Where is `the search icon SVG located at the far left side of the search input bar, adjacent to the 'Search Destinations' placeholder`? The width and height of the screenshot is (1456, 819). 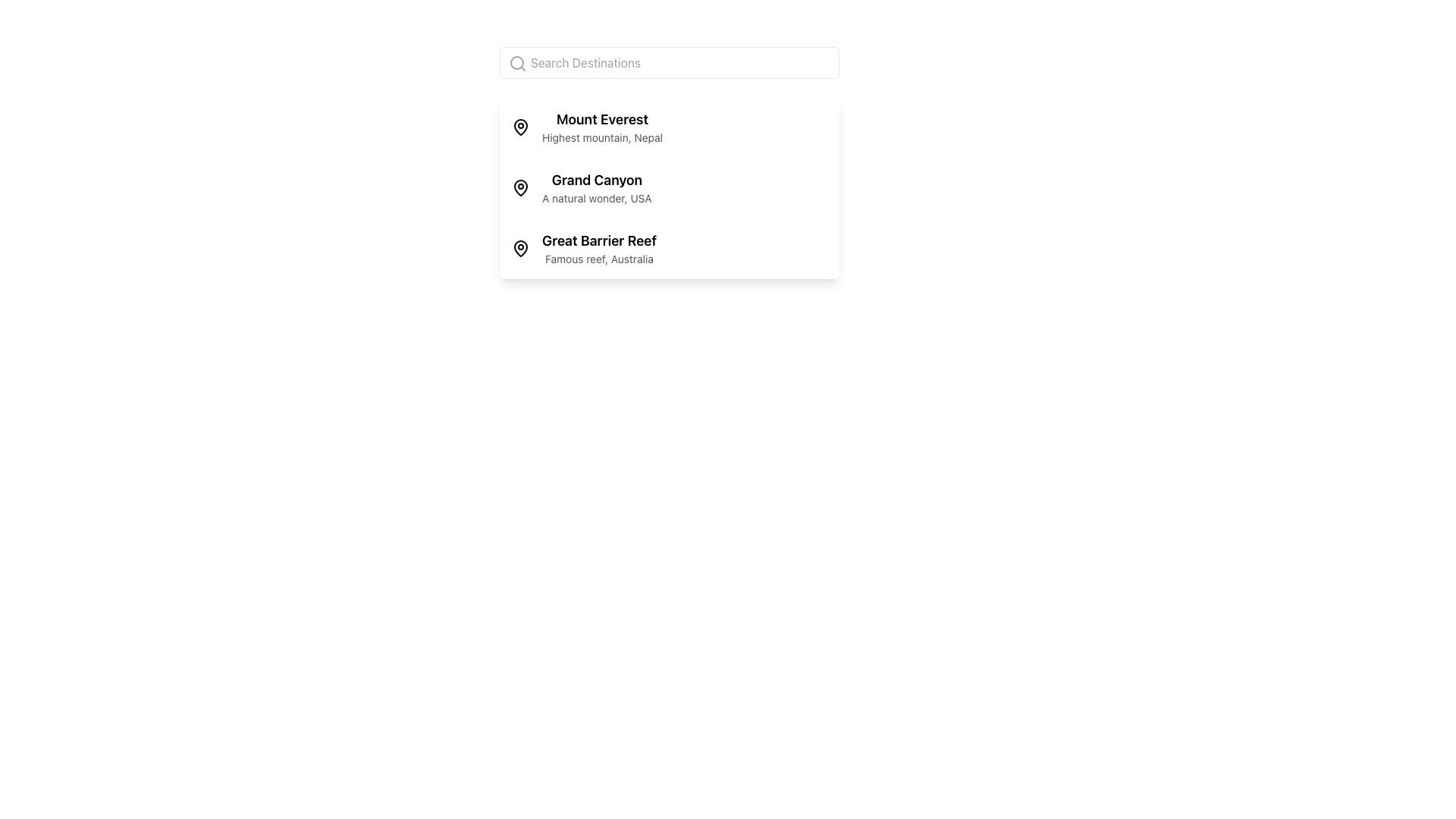 the search icon SVG located at the far left side of the search input bar, adjacent to the 'Search Destinations' placeholder is located at coordinates (517, 63).